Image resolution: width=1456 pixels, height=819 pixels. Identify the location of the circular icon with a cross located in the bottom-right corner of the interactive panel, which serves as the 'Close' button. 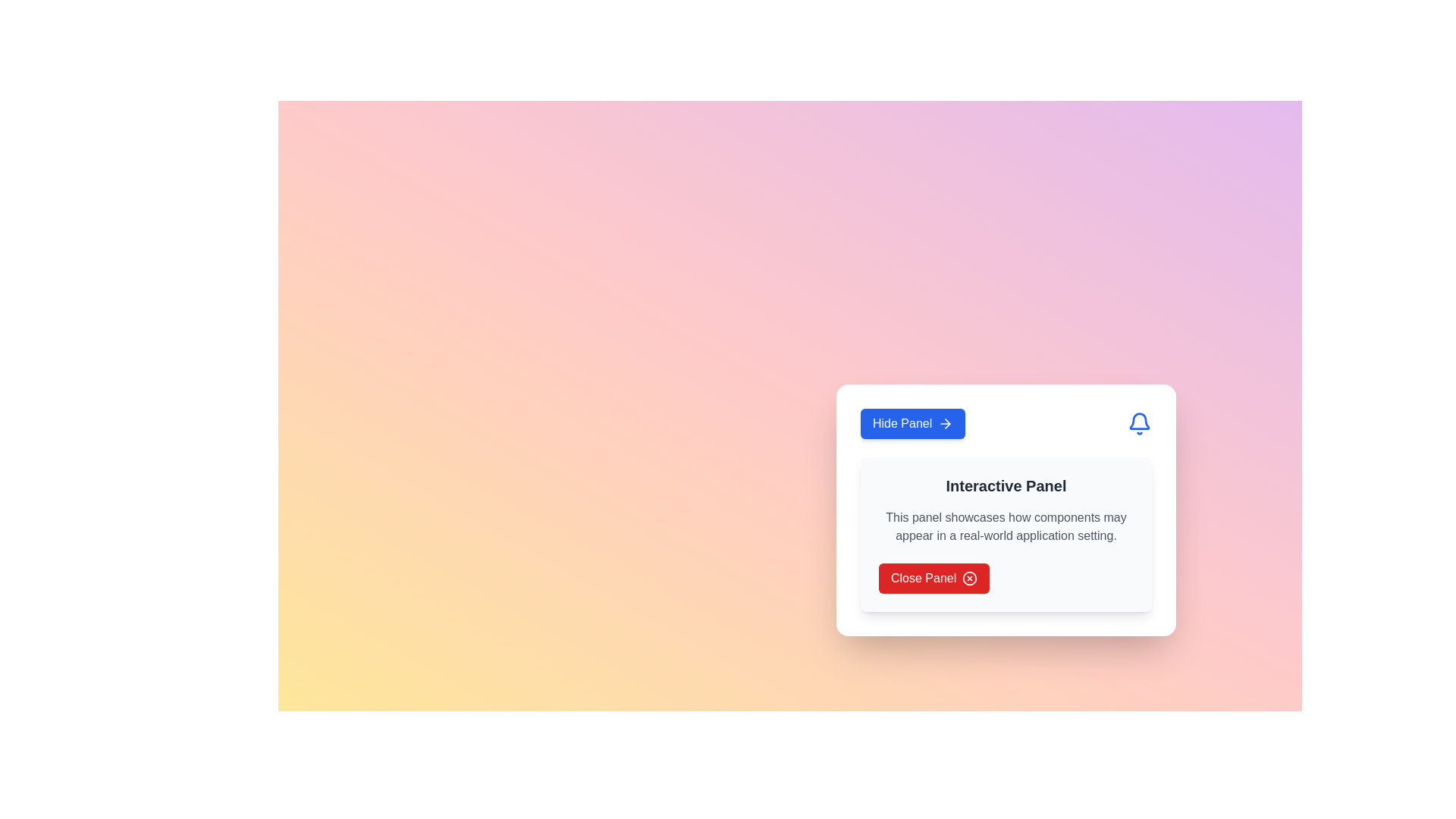
(969, 579).